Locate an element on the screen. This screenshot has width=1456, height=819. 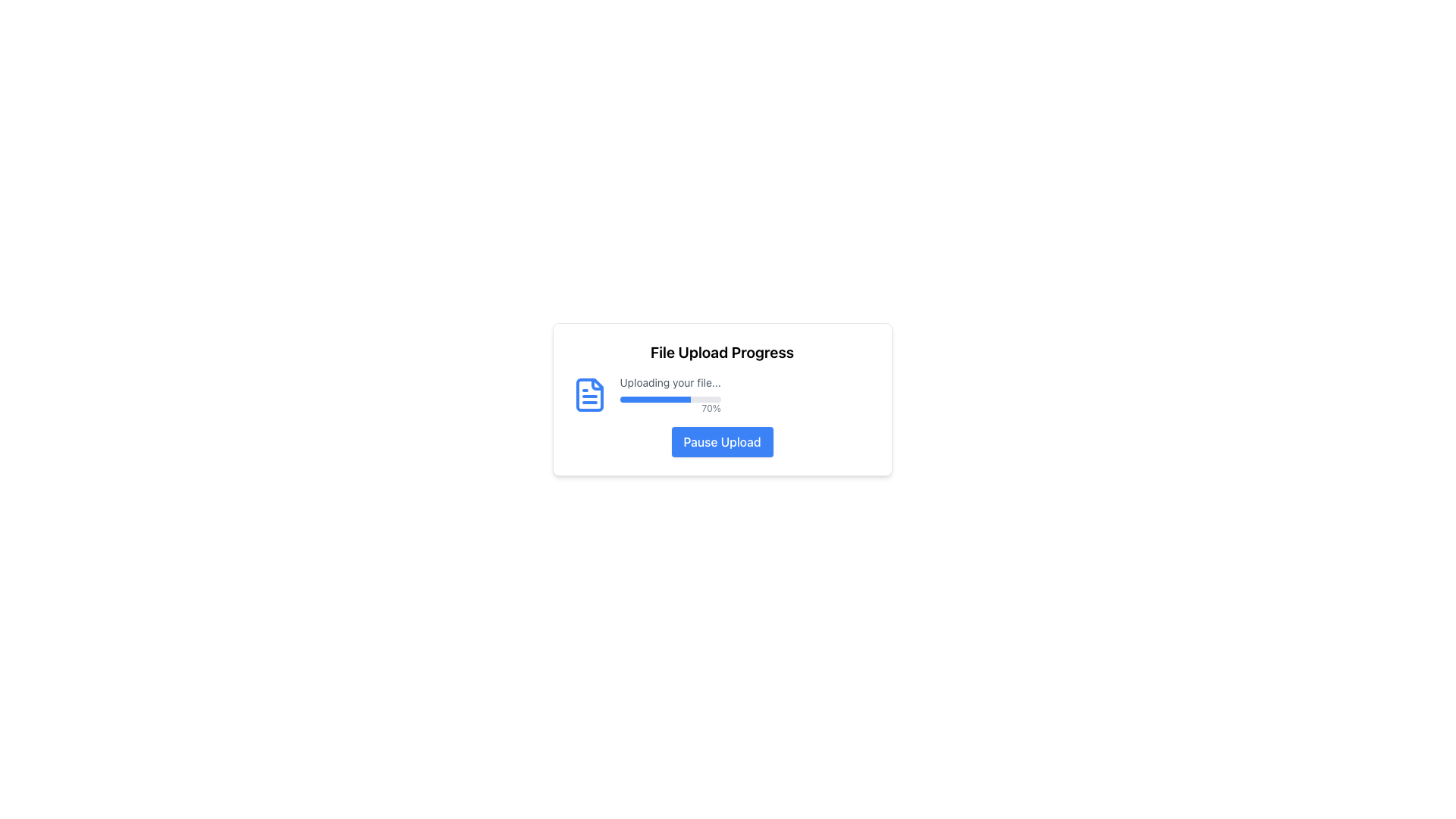
the progress bar displaying 'Uploading your file...' in the modal dialog labeled 'File Upload Progress' for real-time updates is located at coordinates (670, 394).